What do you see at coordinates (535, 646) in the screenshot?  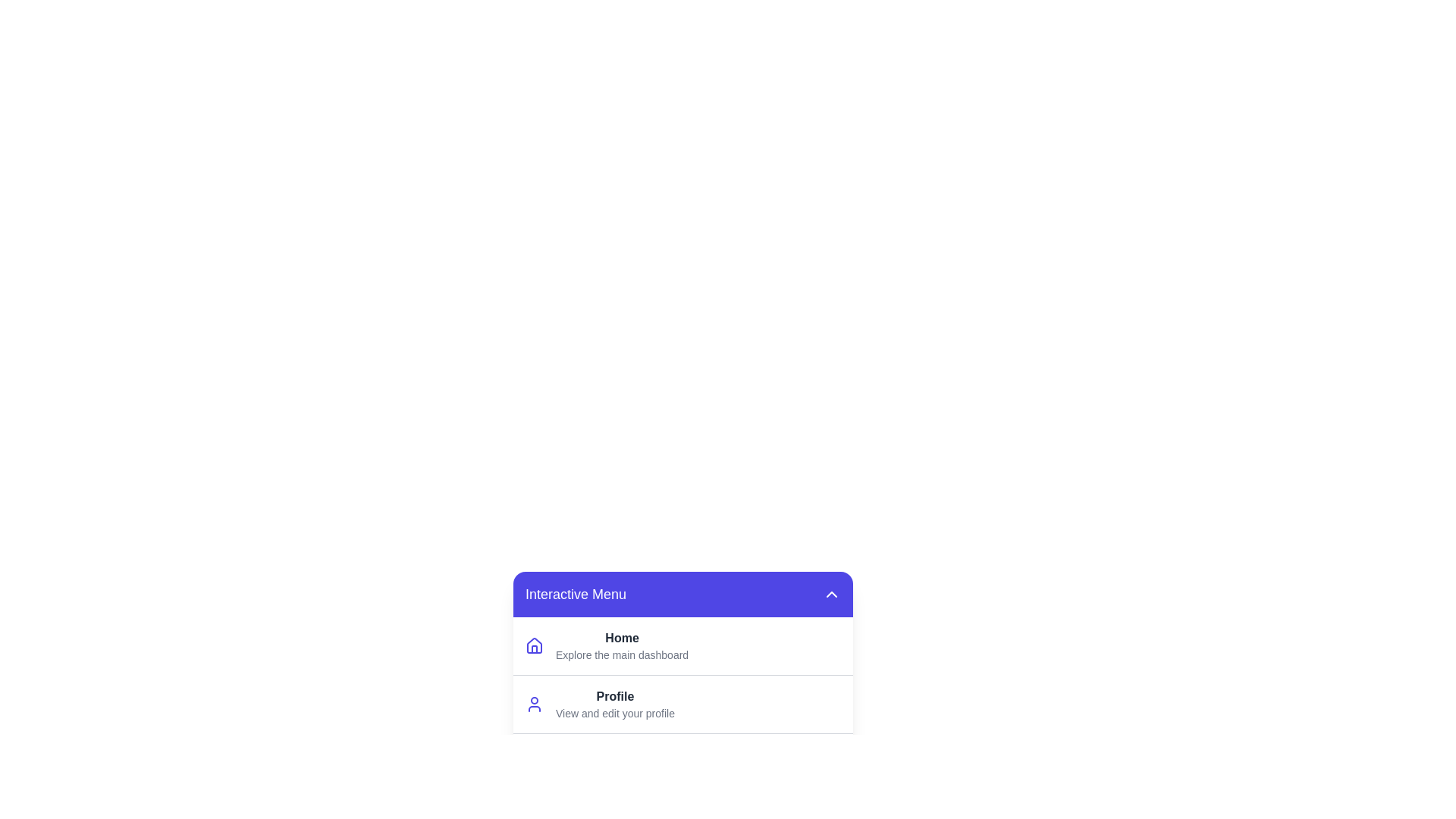 I see `the menu section Home by clicking its icon` at bounding box center [535, 646].